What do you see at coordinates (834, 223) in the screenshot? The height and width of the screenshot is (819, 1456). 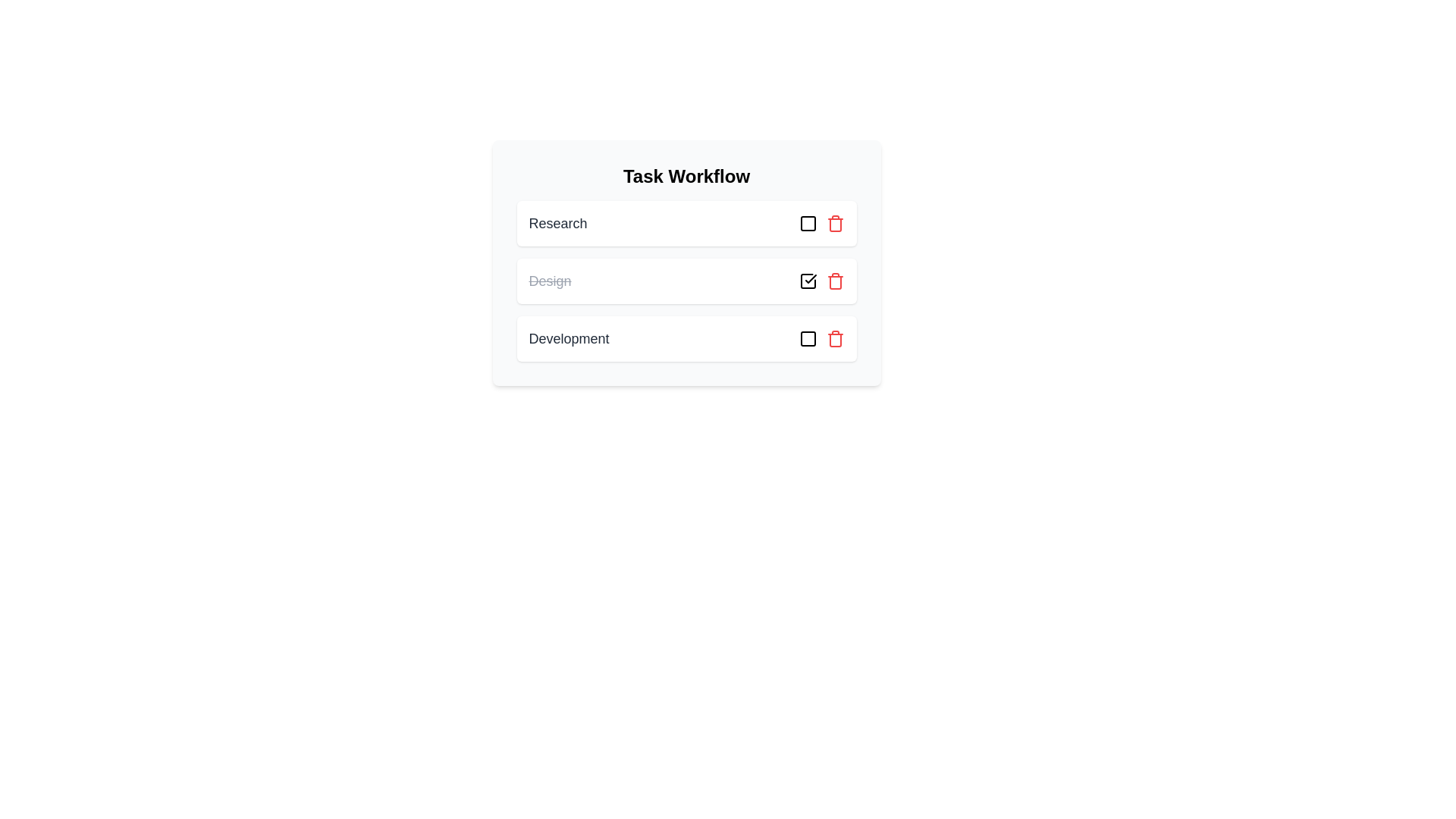 I see `the task Research from the list` at bounding box center [834, 223].